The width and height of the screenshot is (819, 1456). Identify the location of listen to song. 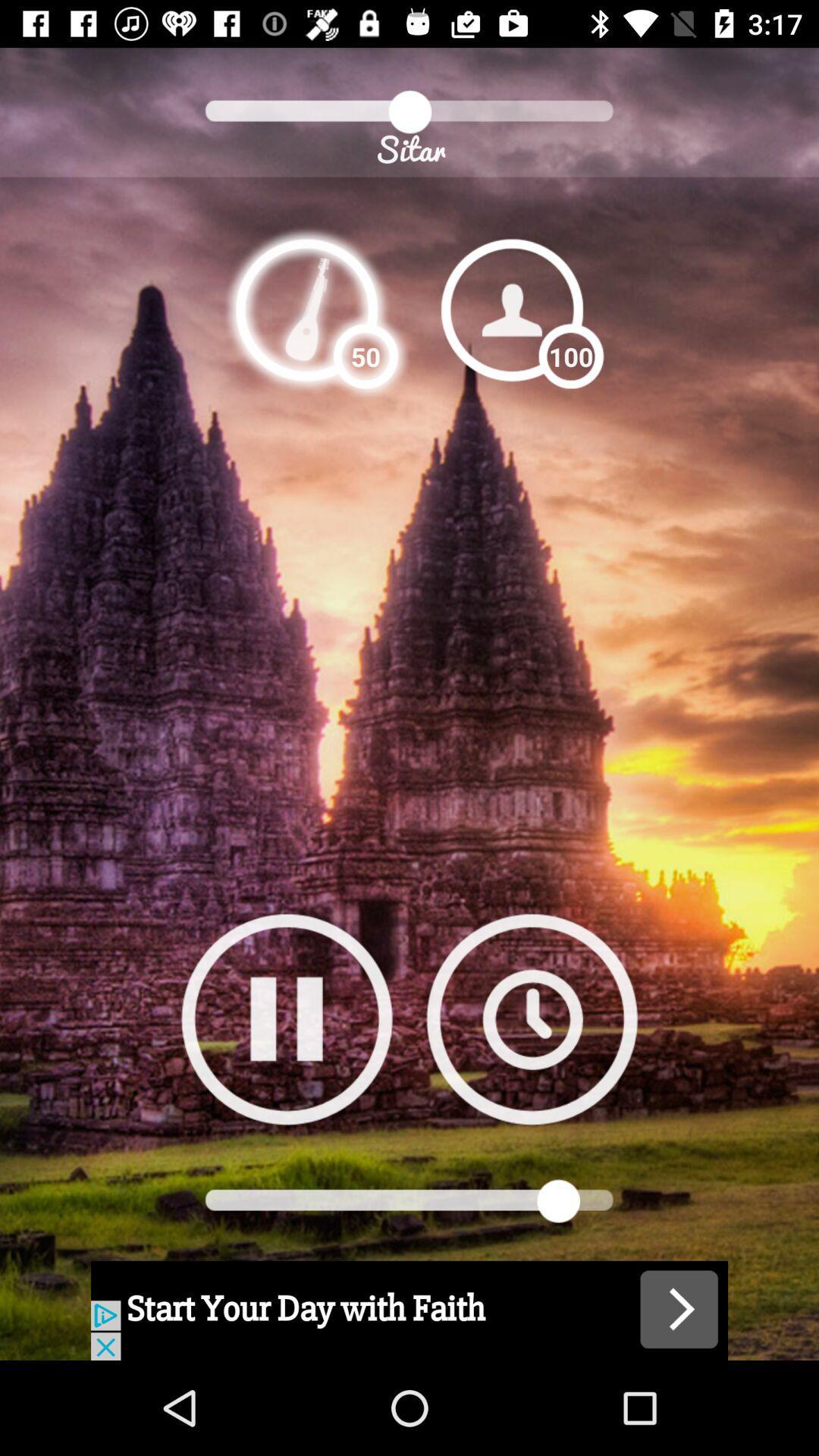
(306, 309).